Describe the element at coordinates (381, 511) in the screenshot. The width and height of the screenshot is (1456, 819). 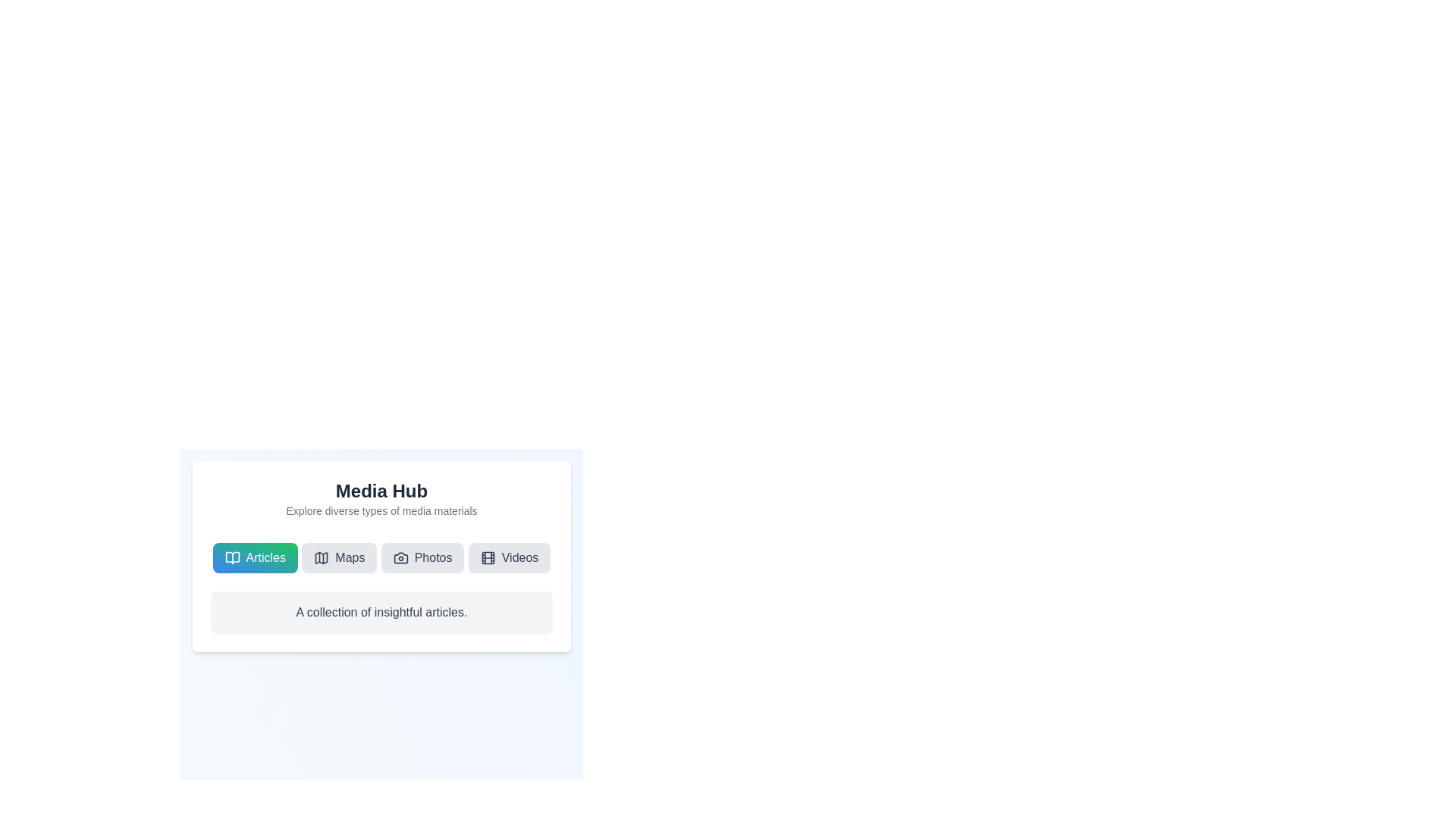
I see `the static text that reads 'Explore diverse types of media materials', which is centered below the title 'Media Hub'` at that location.